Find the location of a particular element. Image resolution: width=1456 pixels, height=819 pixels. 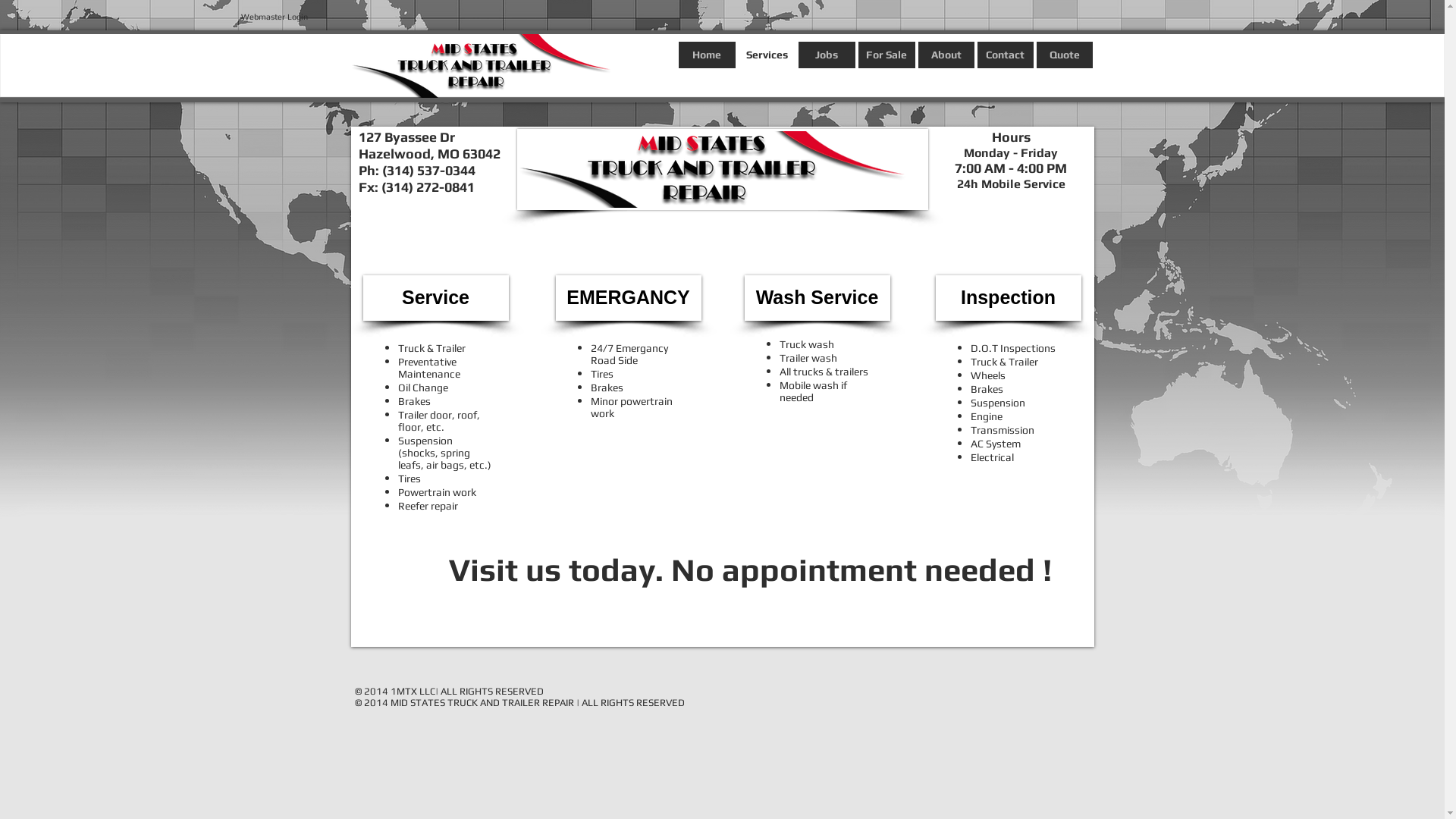

'Site Search' is located at coordinates (269, 65).